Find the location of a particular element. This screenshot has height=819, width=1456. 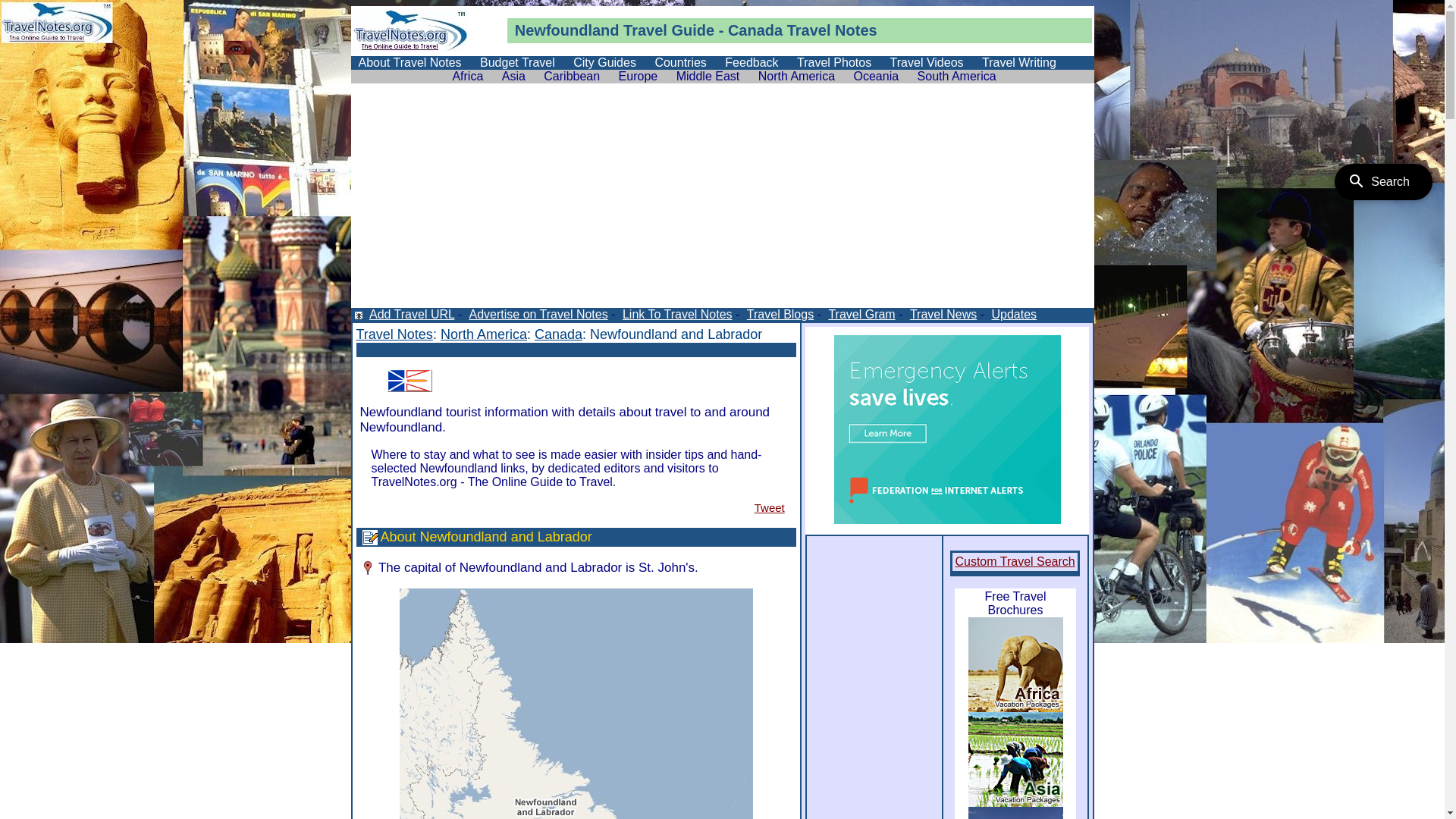

'Custom Travel Search' is located at coordinates (1015, 561).